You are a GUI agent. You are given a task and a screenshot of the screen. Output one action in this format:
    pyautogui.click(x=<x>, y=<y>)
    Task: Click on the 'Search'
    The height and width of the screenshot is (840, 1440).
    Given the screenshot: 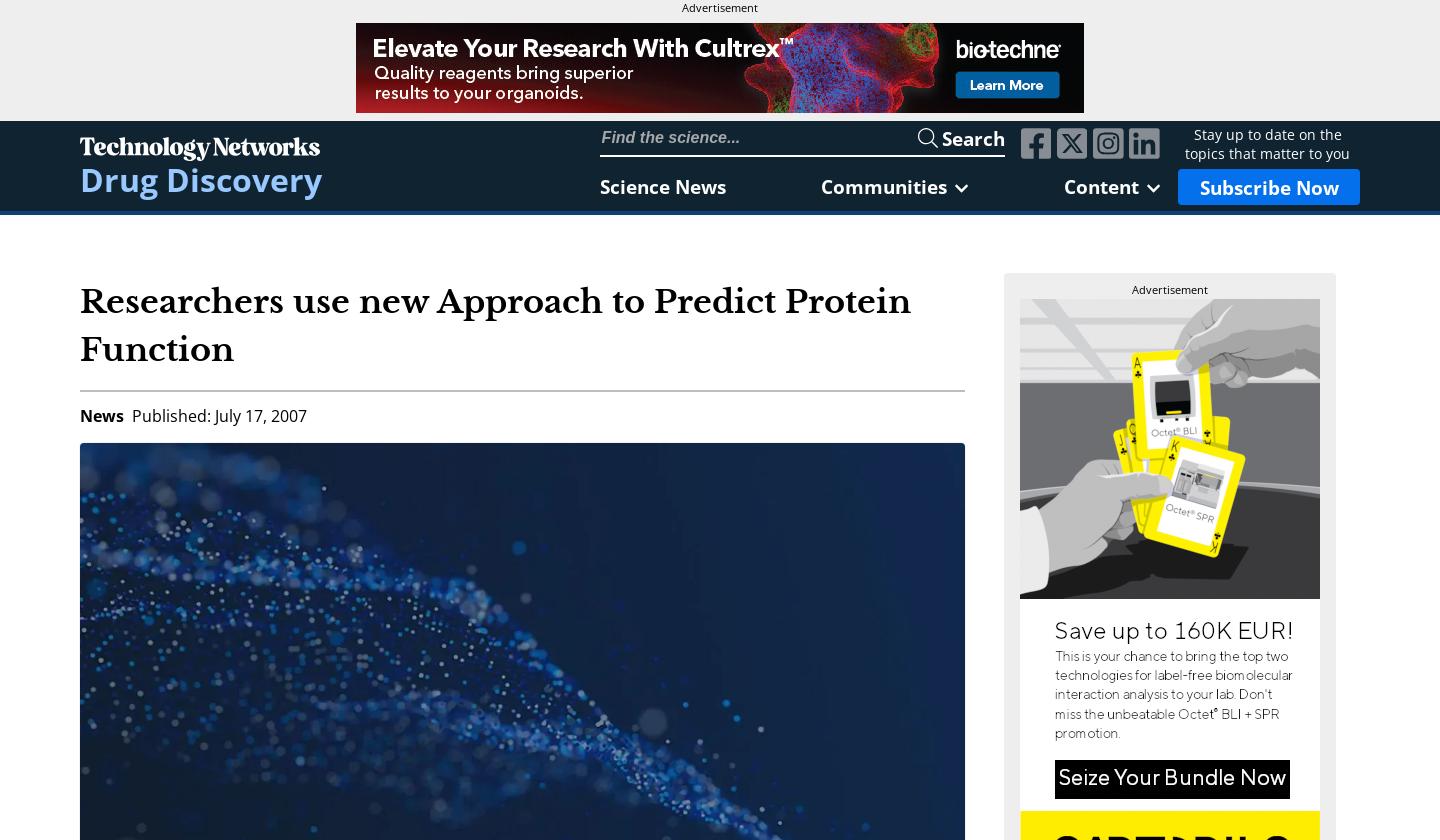 What is the action you would take?
    pyautogui.click(x=971, y=137)
    